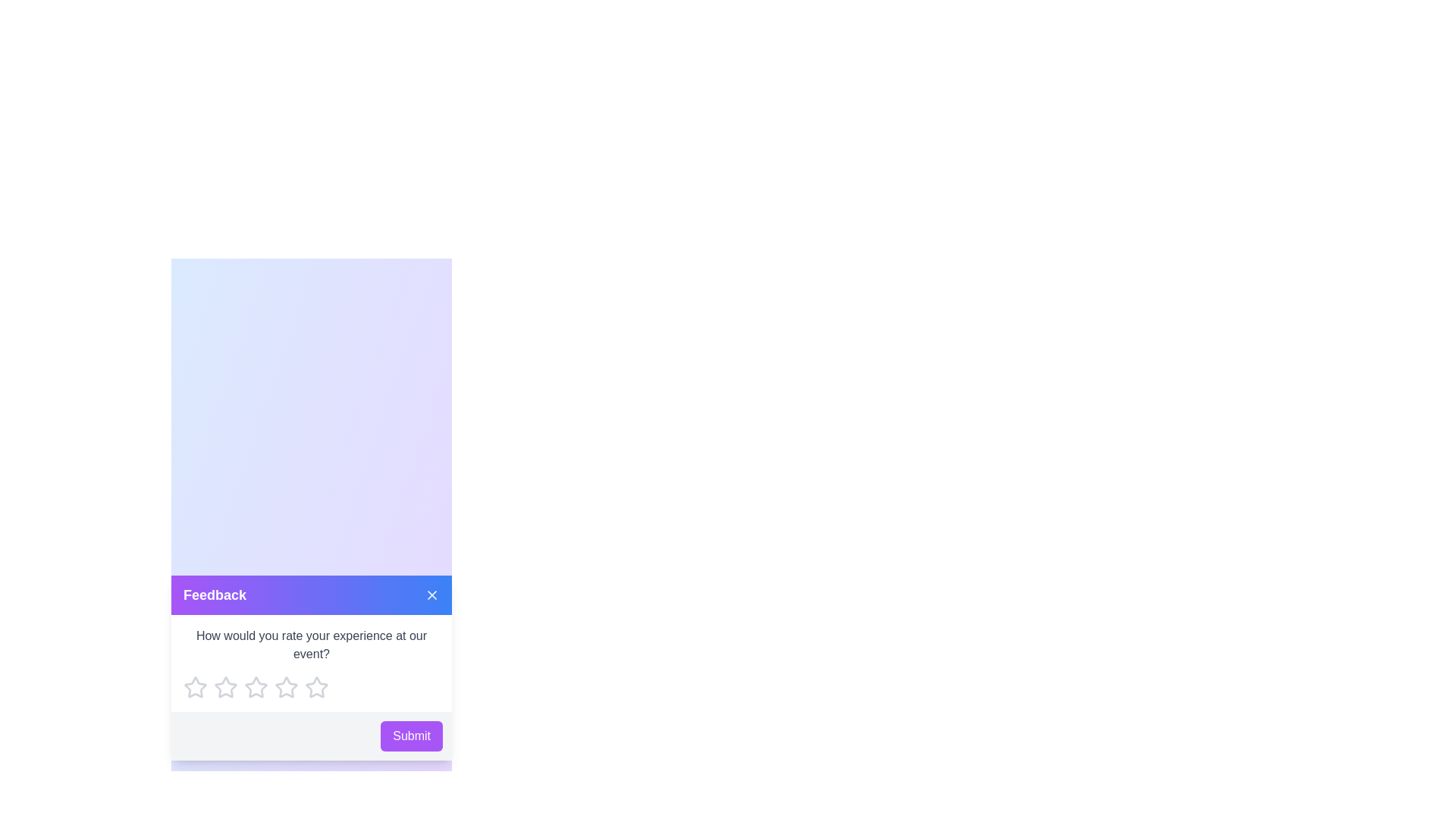 Image resolution: width=1456 pixels, height=819 pixels. I want to click on the submit button located at the far-right of the bottom row of the dialog box's footer, so click(311, 736).